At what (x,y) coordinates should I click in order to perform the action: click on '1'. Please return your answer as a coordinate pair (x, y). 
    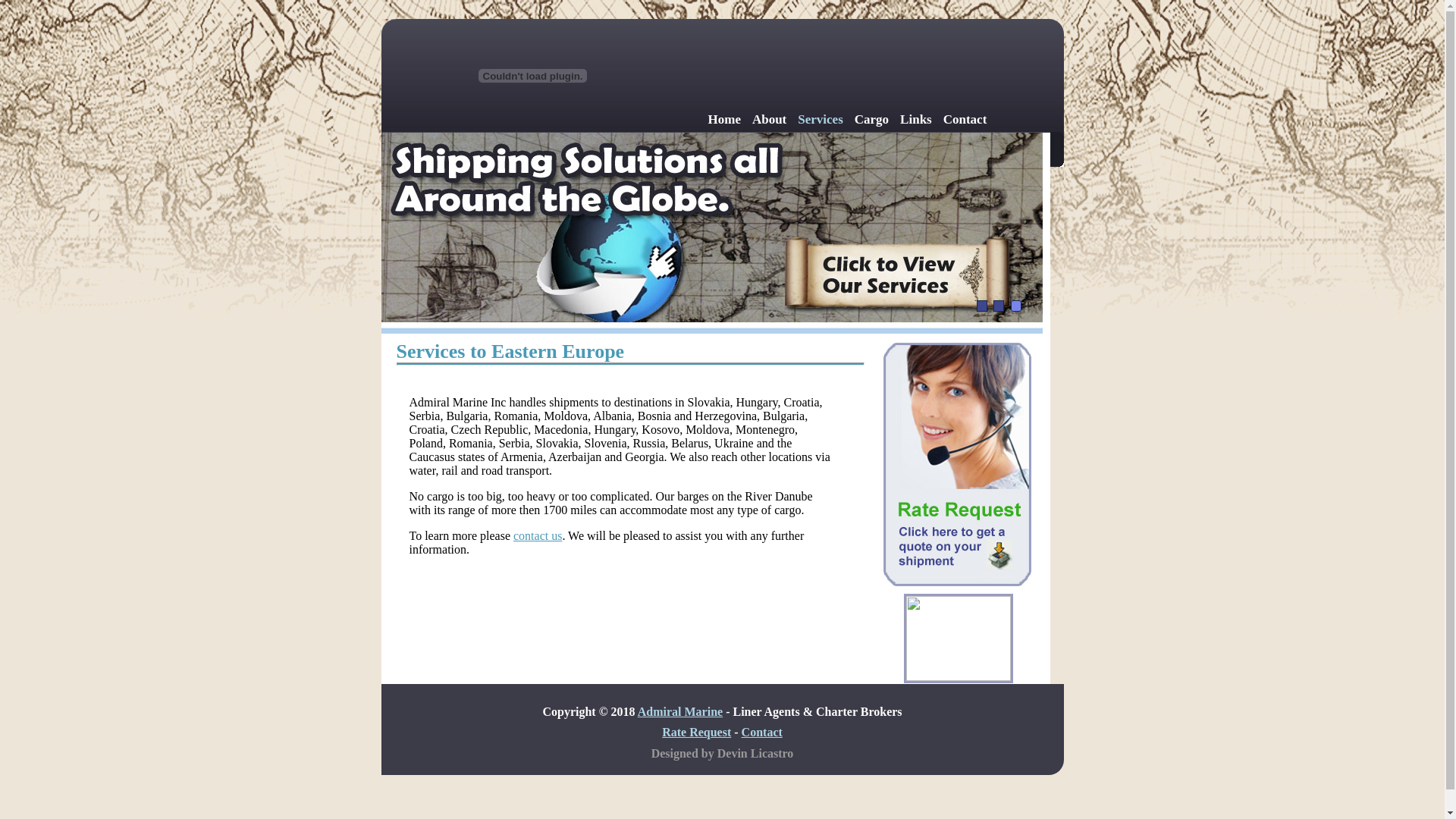
    Looking at the image, I should click on (982, 306).